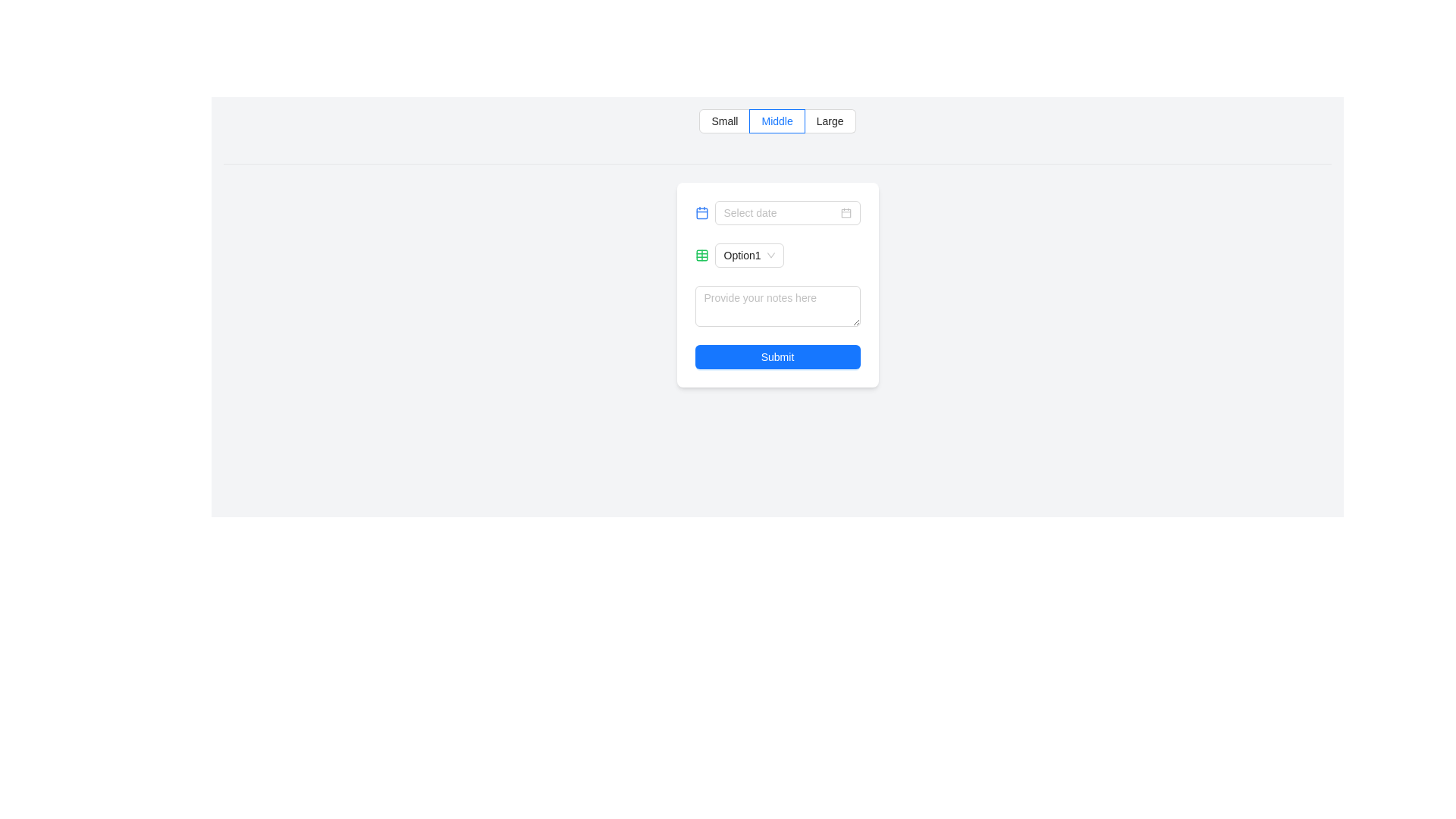 This screenshot has height=819, width=1456. What do you see at coordinates (830, 120) in the screenshot?
I see `the 'Large' radio button` at bounding box center [830, 120].